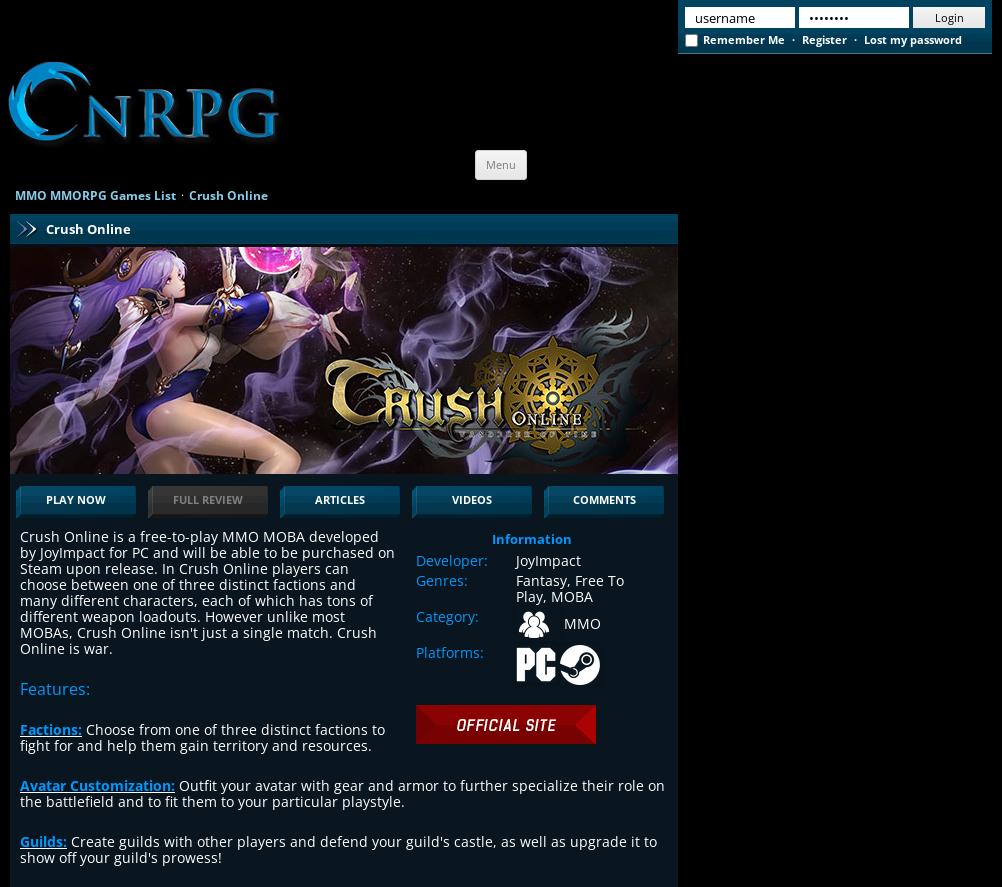 Image resolution: width=1002 pixels, height=887 pixels. I want to click on 'MMO', so click(580, 622).